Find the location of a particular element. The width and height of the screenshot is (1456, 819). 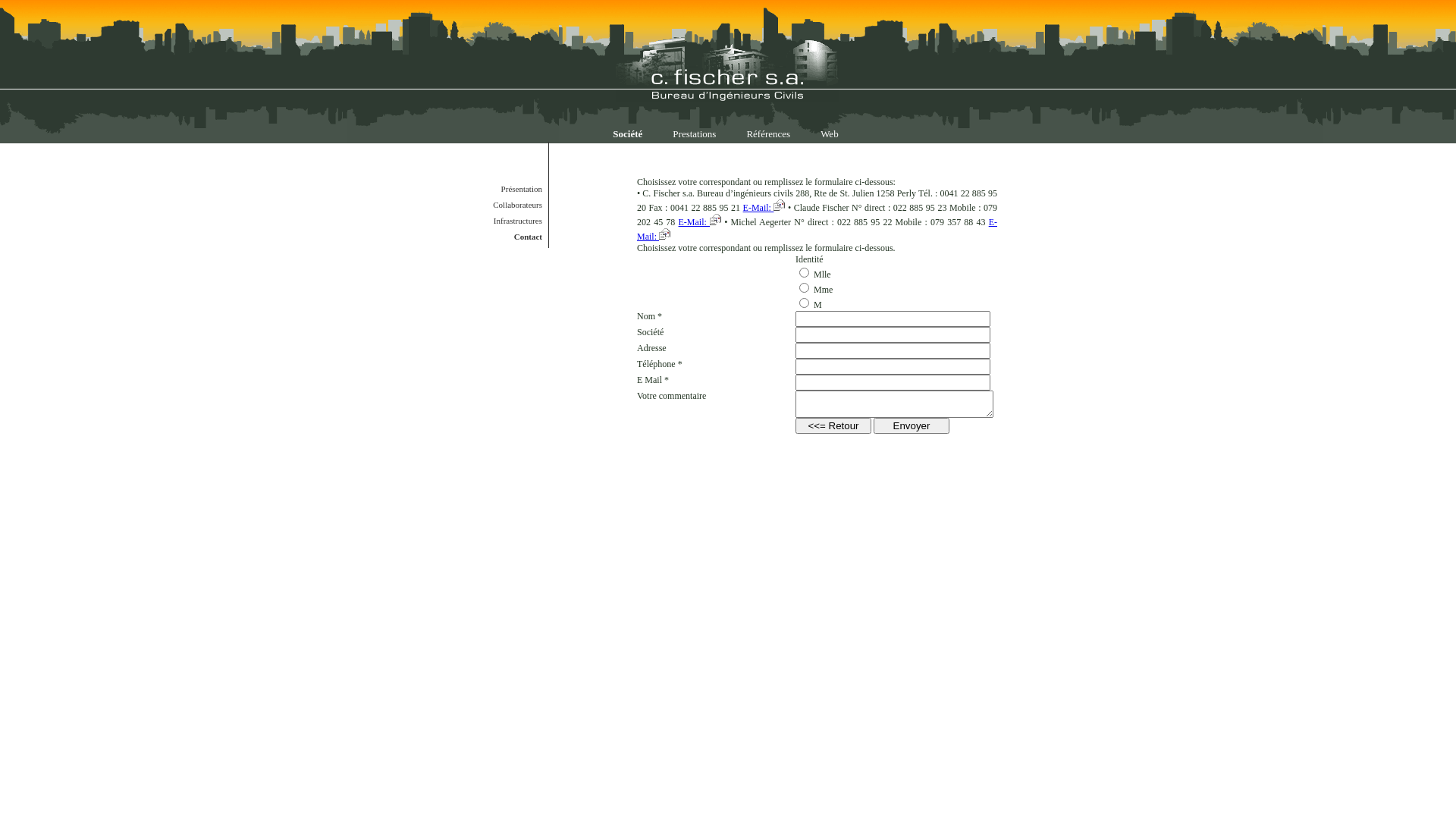

'Web' is located at coordinates (829, 133).